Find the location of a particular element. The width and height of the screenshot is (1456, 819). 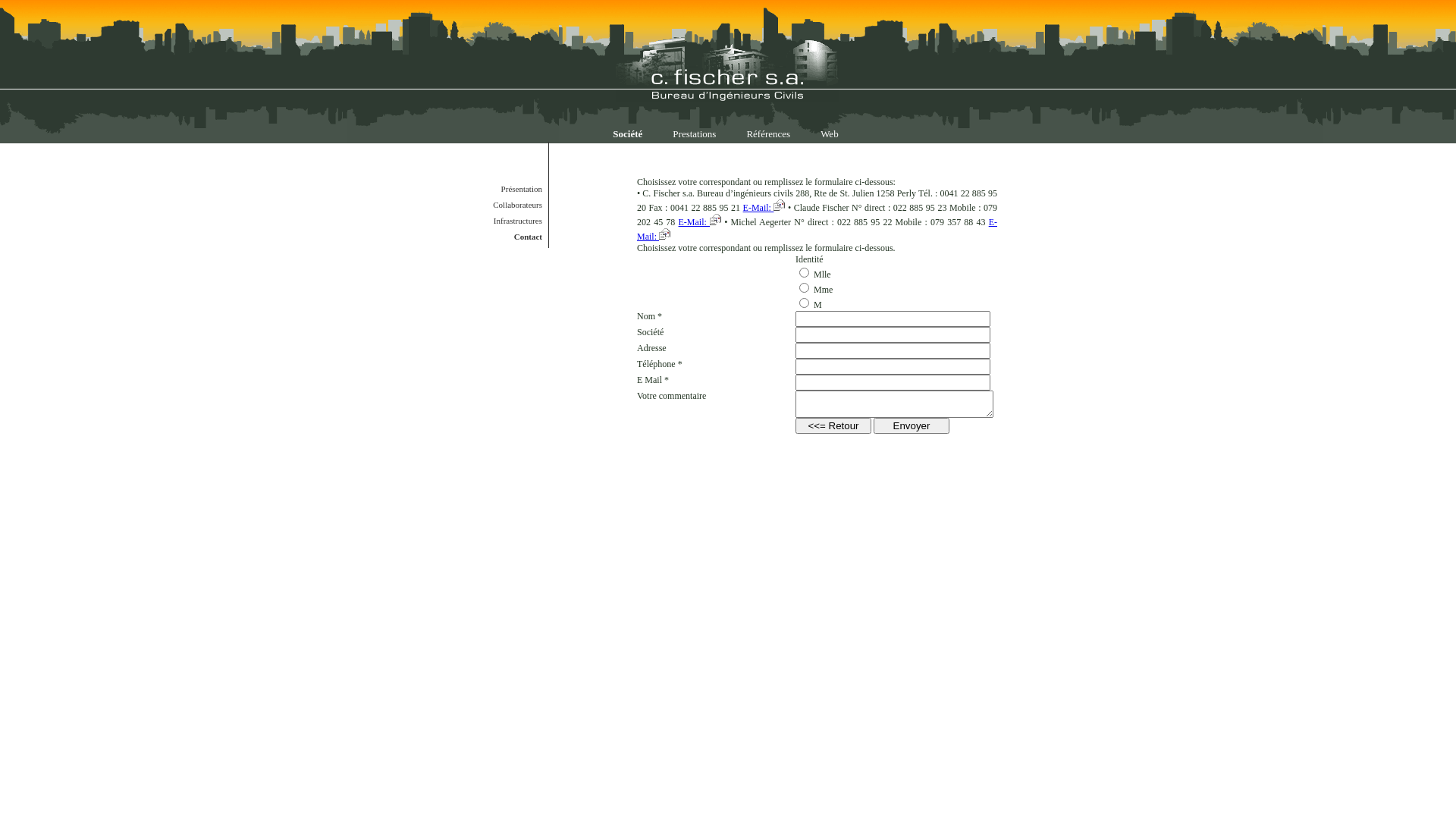

'Web' is located at coordinates (829, 133).